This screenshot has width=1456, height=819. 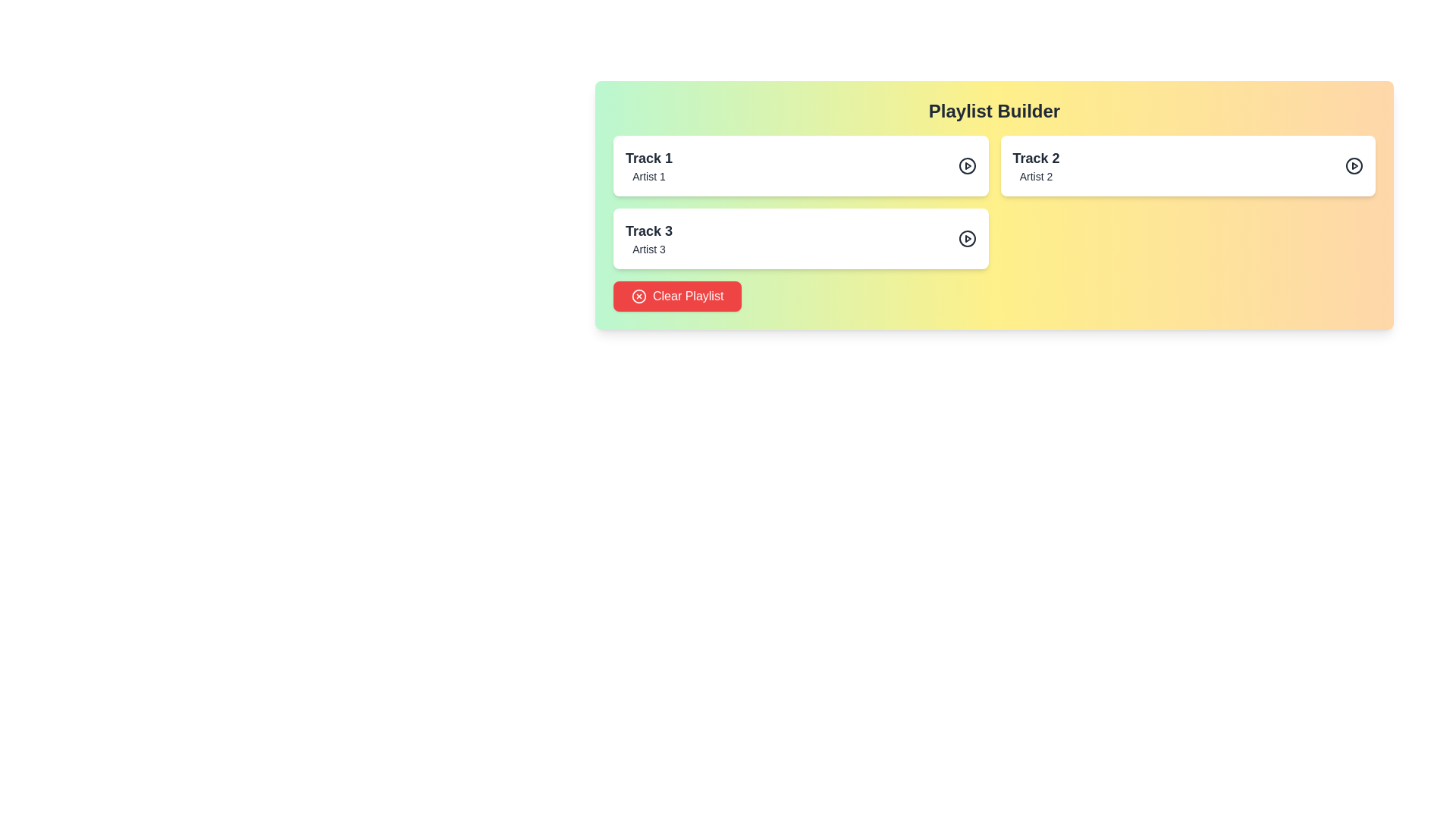 What do you see at coordinates (676, 296) in the screenshot?
I see `'Clear Playlist' button to clear all tracks` at bounding box center [676, 296].